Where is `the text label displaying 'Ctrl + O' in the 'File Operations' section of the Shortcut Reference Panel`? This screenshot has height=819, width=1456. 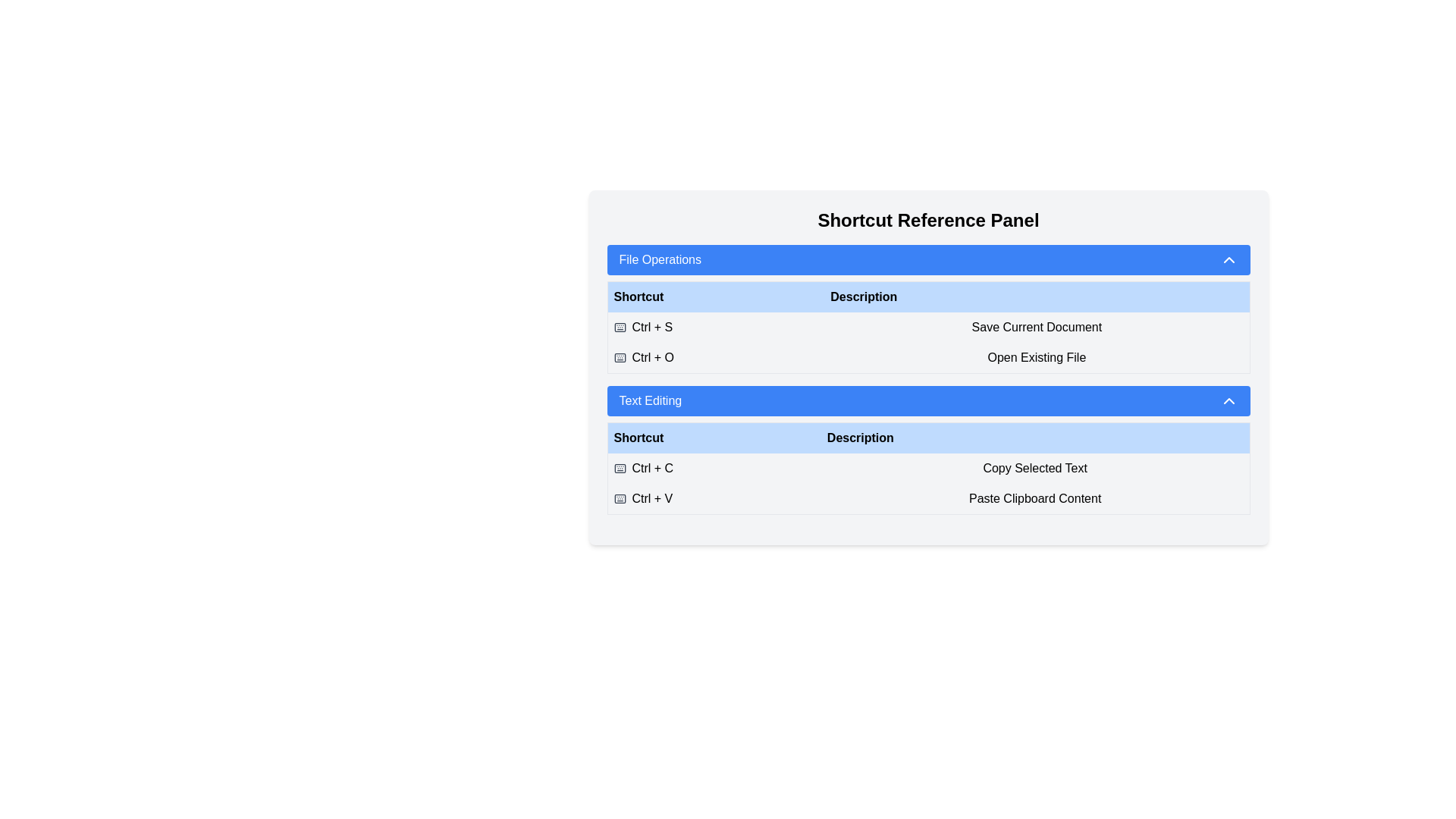 the text label displaying 'Ctrl + O' in the 'File Operations' section of the Shortcut Reference Panel is located at coordinates (653, 357).